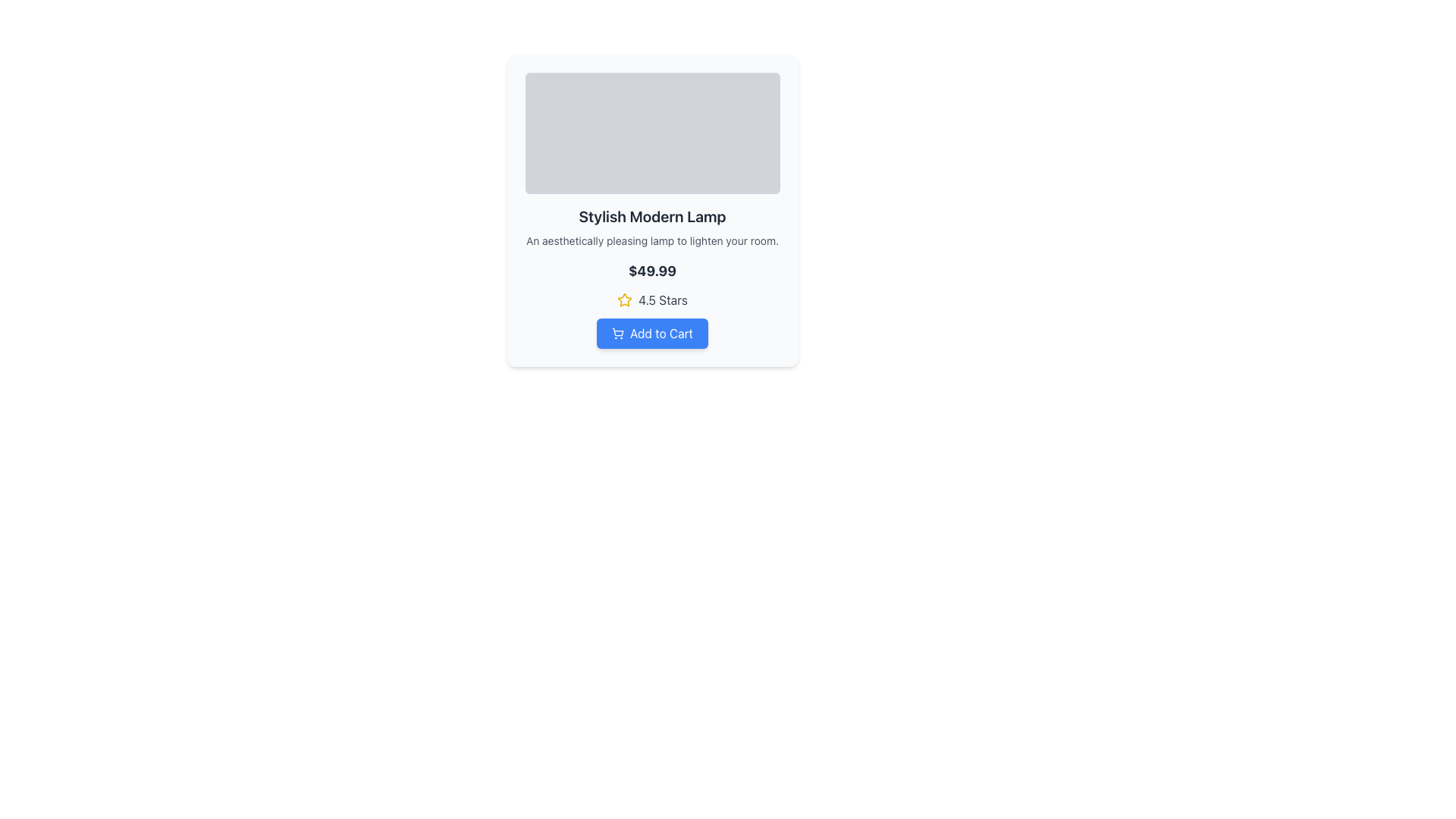  Describe the element at coordinates (652, 270) in the screenshot. I see `price information displayed in the bold text label showing '$49.99', which is centrally aligned below the product title and description on the product card` at that location.